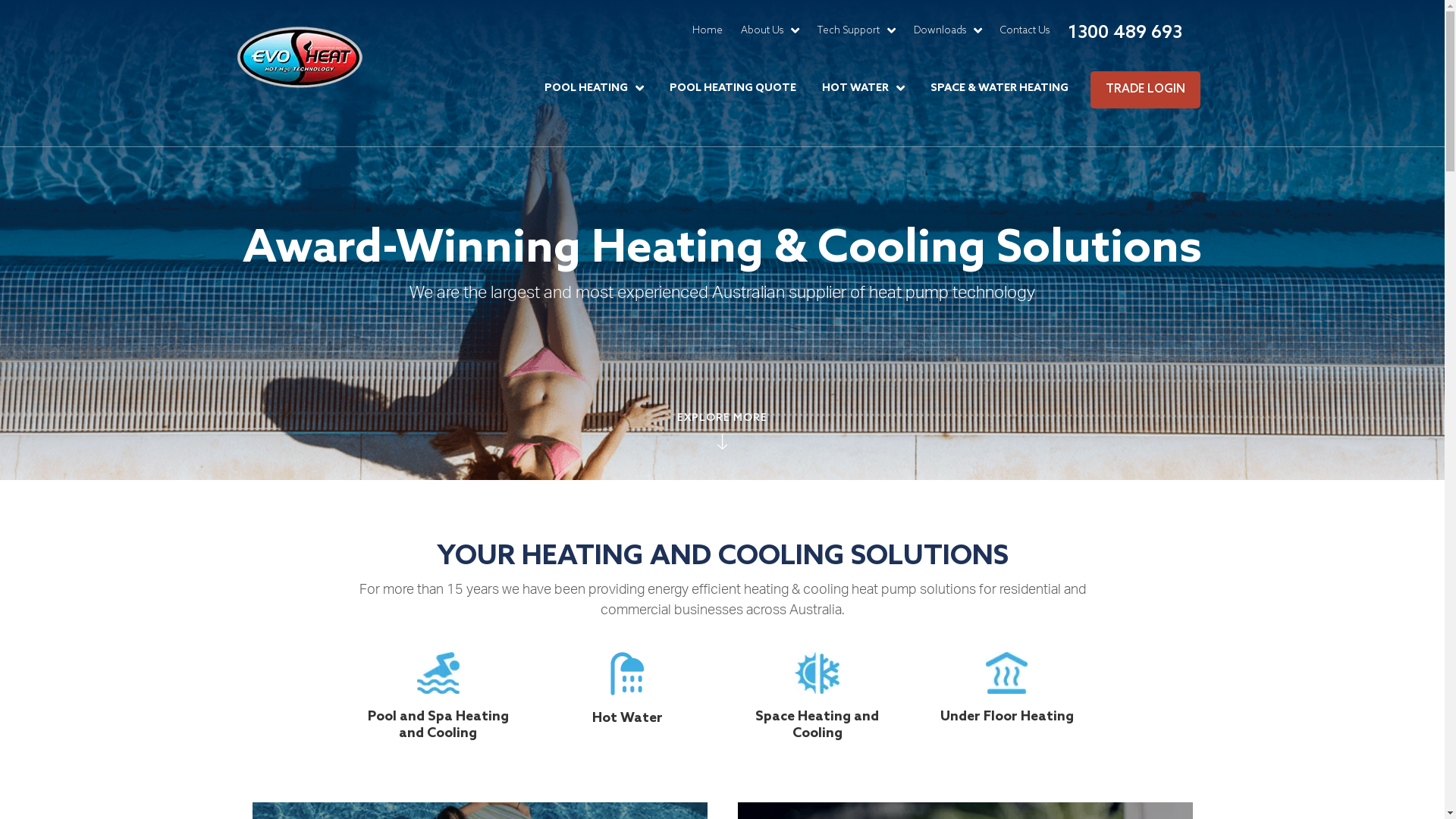  Describe the element at coordinates (593, 88) in the screenshot. I see `'POOL HEATING'` at that location.